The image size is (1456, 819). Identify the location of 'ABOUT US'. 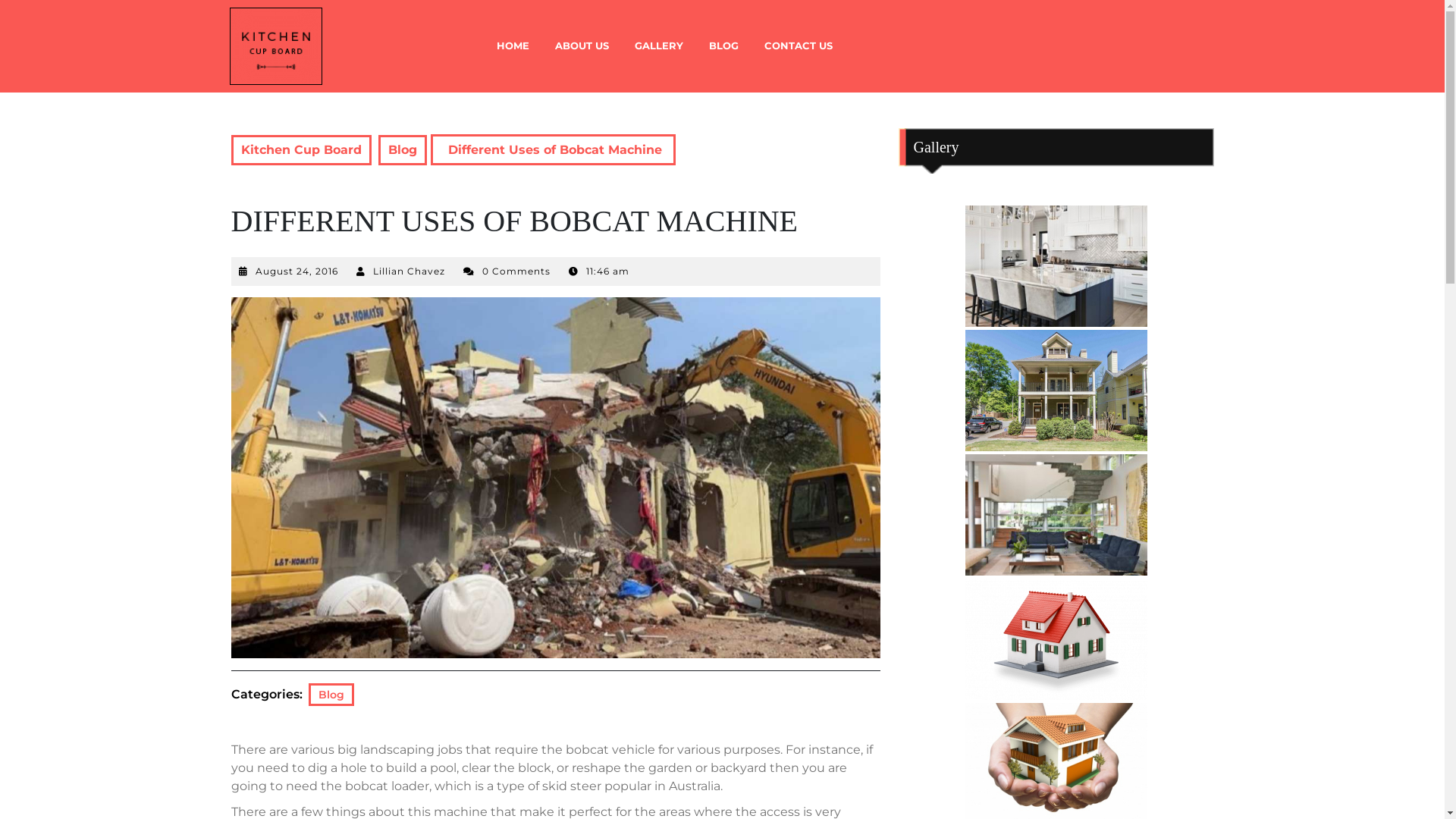
(580, 45).